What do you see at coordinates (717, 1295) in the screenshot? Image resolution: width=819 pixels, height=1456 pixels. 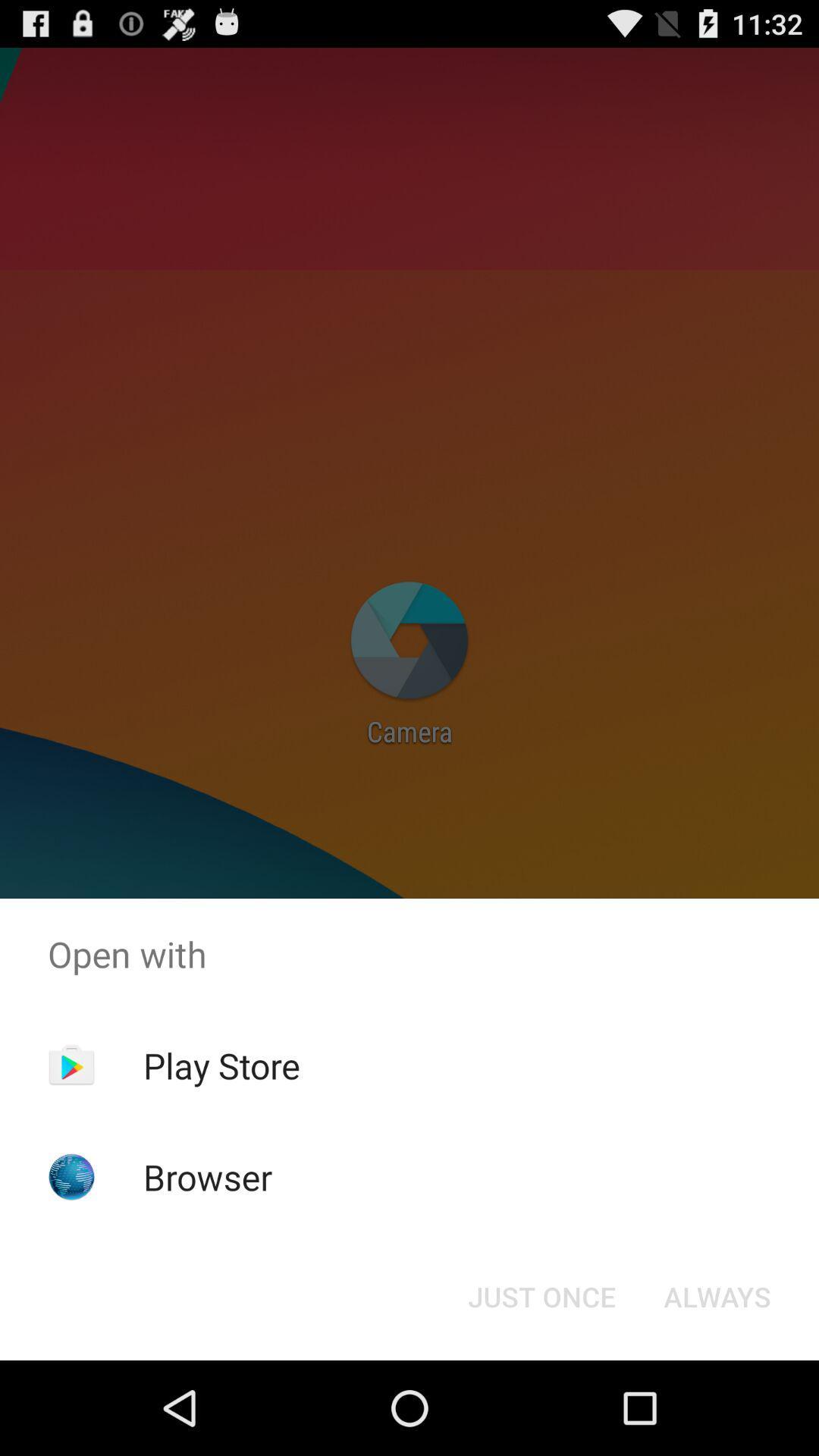 I see `button to the right of the just once button` at bounding box center [717, 1295].